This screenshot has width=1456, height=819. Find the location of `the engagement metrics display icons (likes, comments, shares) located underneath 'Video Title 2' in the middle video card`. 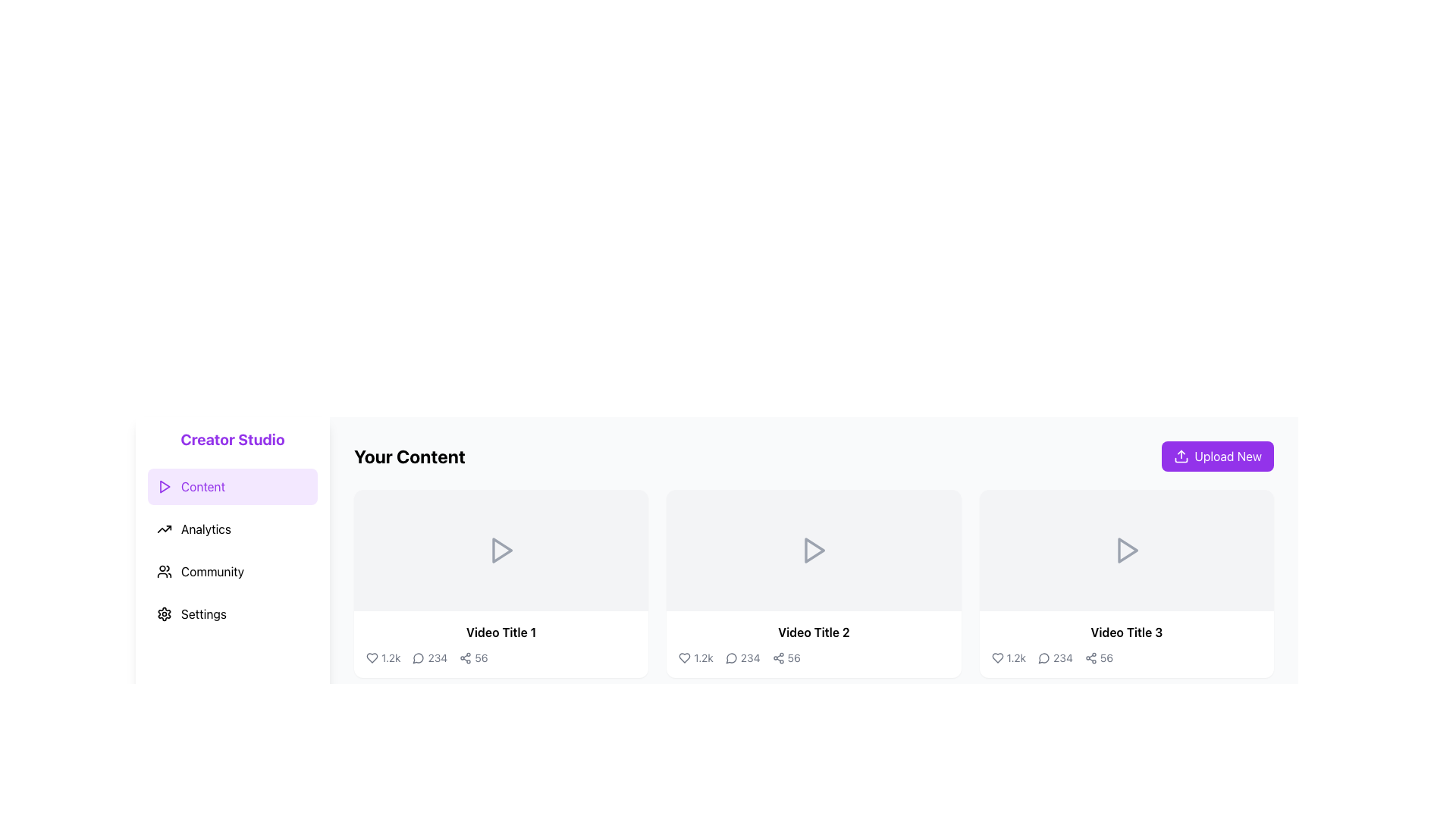

the engagement metrics display icons (likes, comments, shares) located underneath 'Video Title 2' in the middle video card is located at coordinates (813, 657).